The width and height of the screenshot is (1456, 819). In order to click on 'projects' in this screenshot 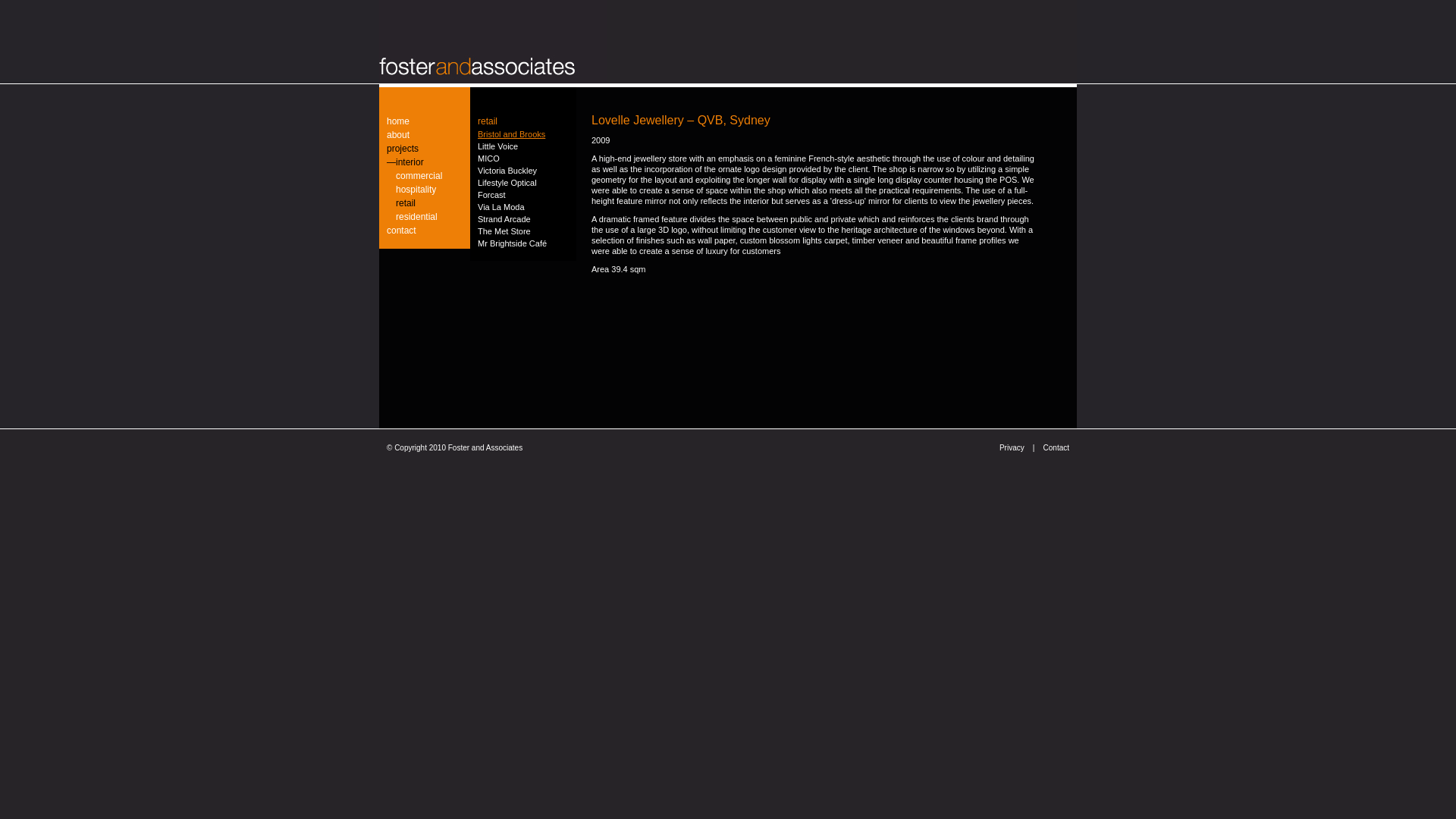, I will do `click(425, 149)`.